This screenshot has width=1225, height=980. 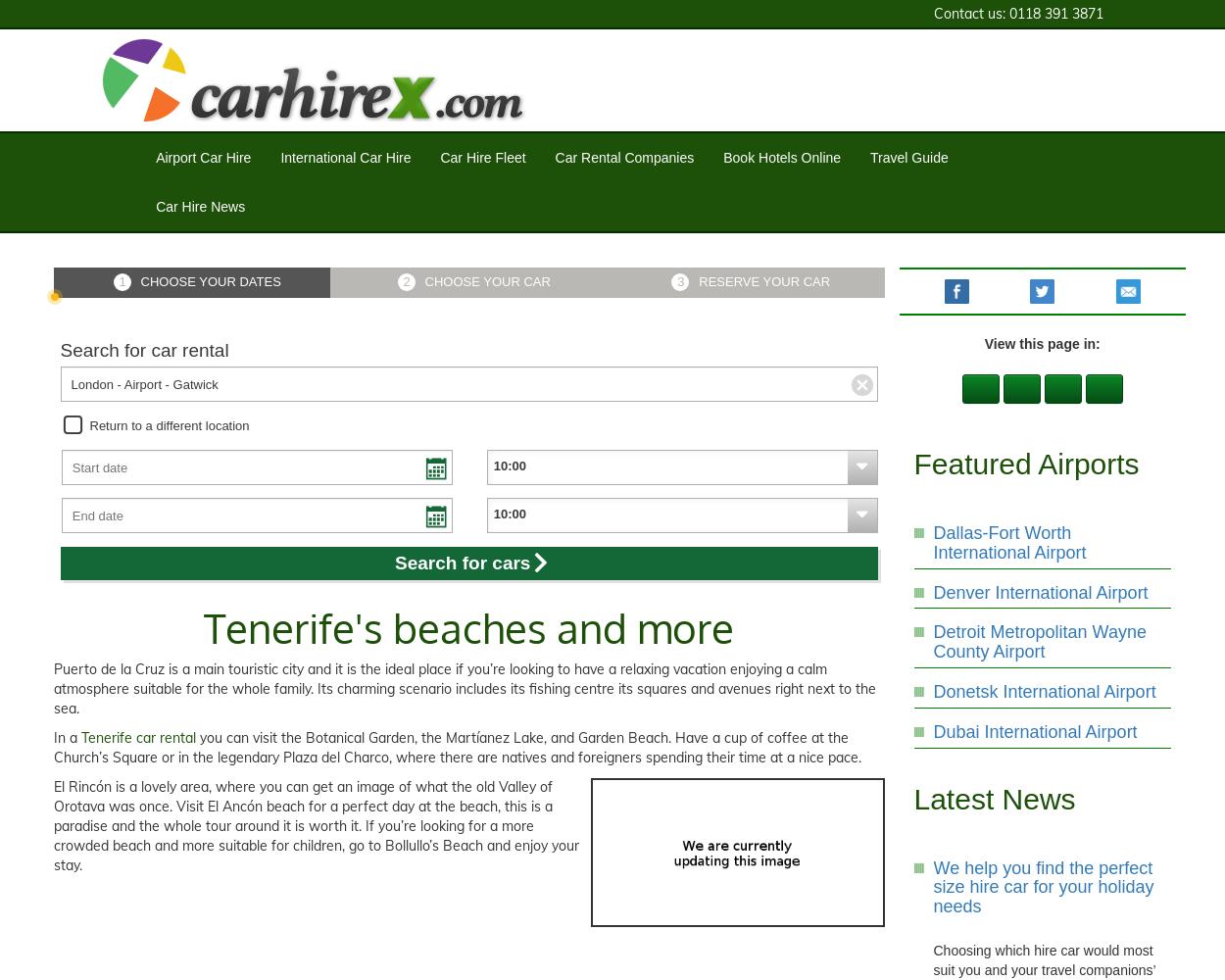 What do you see at coordinates (467, 627) in the screenshot?
I see `'Tenerife's beaches and more'` at bounding box center [467, 627].